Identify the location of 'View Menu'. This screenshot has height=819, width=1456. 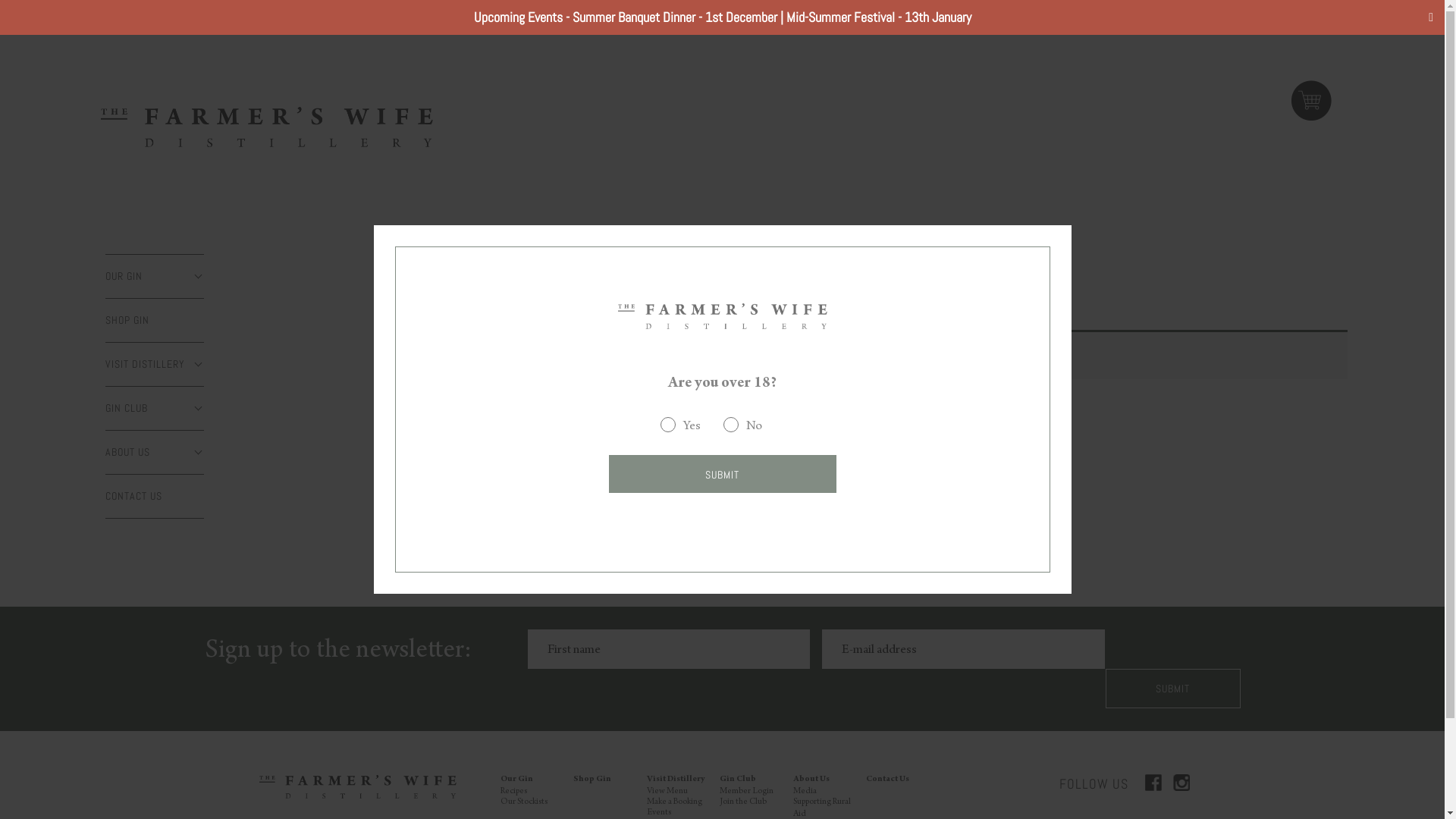
(667, 791).